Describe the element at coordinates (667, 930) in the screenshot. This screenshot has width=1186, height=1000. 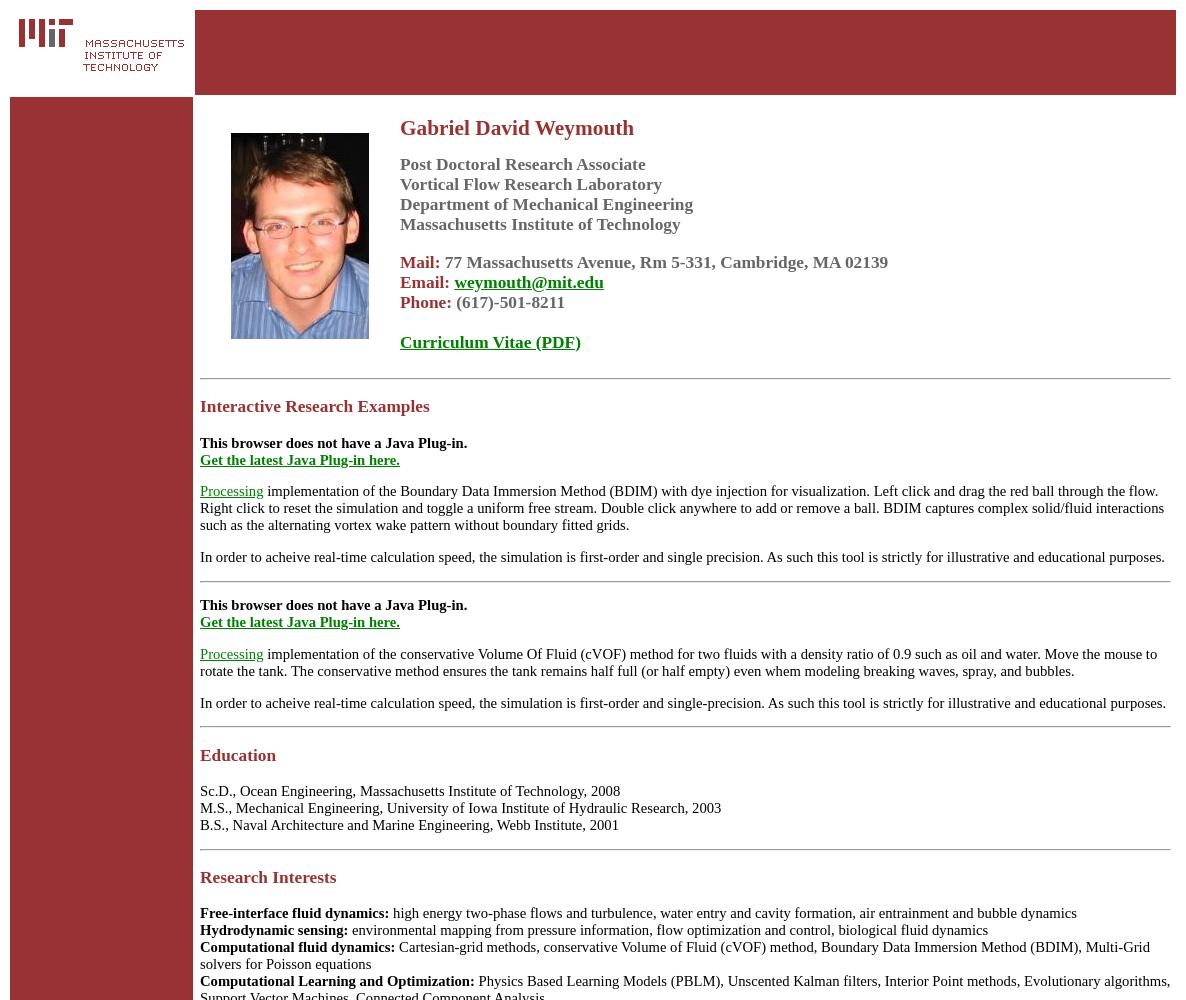
I see `'environmental mapping from pressure information, flow optimization and control, biological fluid dynamics'` at that location.